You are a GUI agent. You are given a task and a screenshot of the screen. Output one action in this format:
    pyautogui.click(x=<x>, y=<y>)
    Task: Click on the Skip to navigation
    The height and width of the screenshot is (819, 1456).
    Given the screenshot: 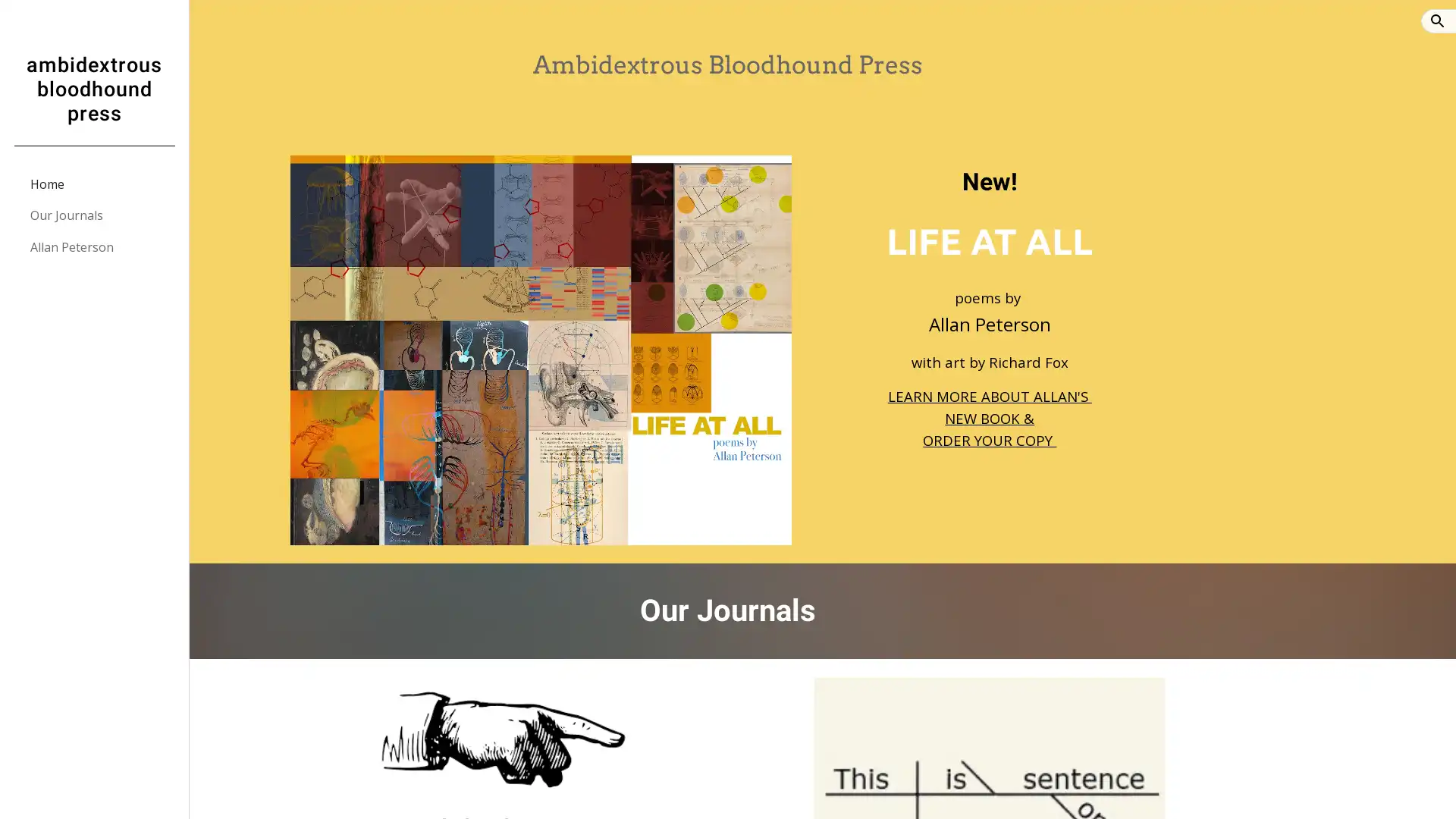 What is the action you would take?
    pyautogui.click(x=864, y=28)
    